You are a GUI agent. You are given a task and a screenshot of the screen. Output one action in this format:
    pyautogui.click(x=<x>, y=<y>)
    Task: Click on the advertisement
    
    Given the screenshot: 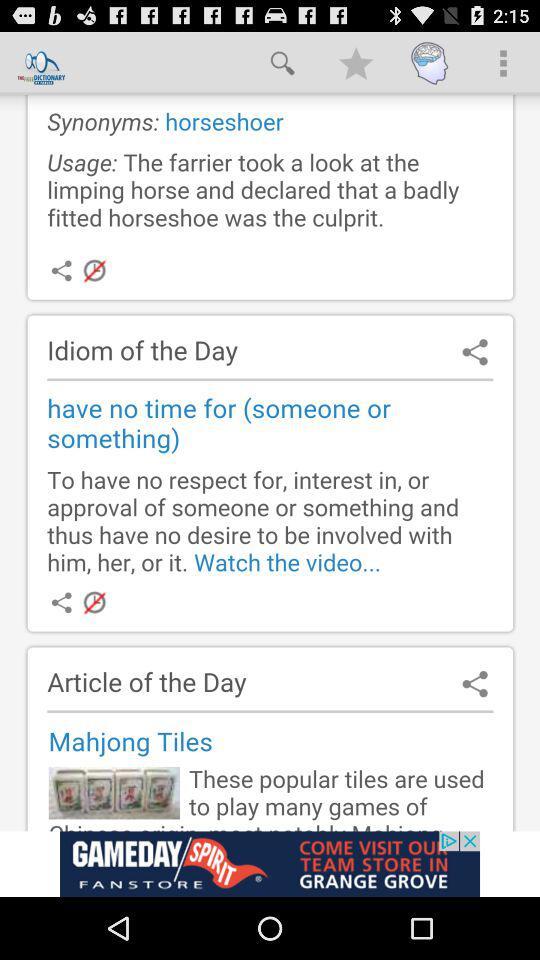 What is the action you would take?
    pyautogui.click(x=270, y=863)
    